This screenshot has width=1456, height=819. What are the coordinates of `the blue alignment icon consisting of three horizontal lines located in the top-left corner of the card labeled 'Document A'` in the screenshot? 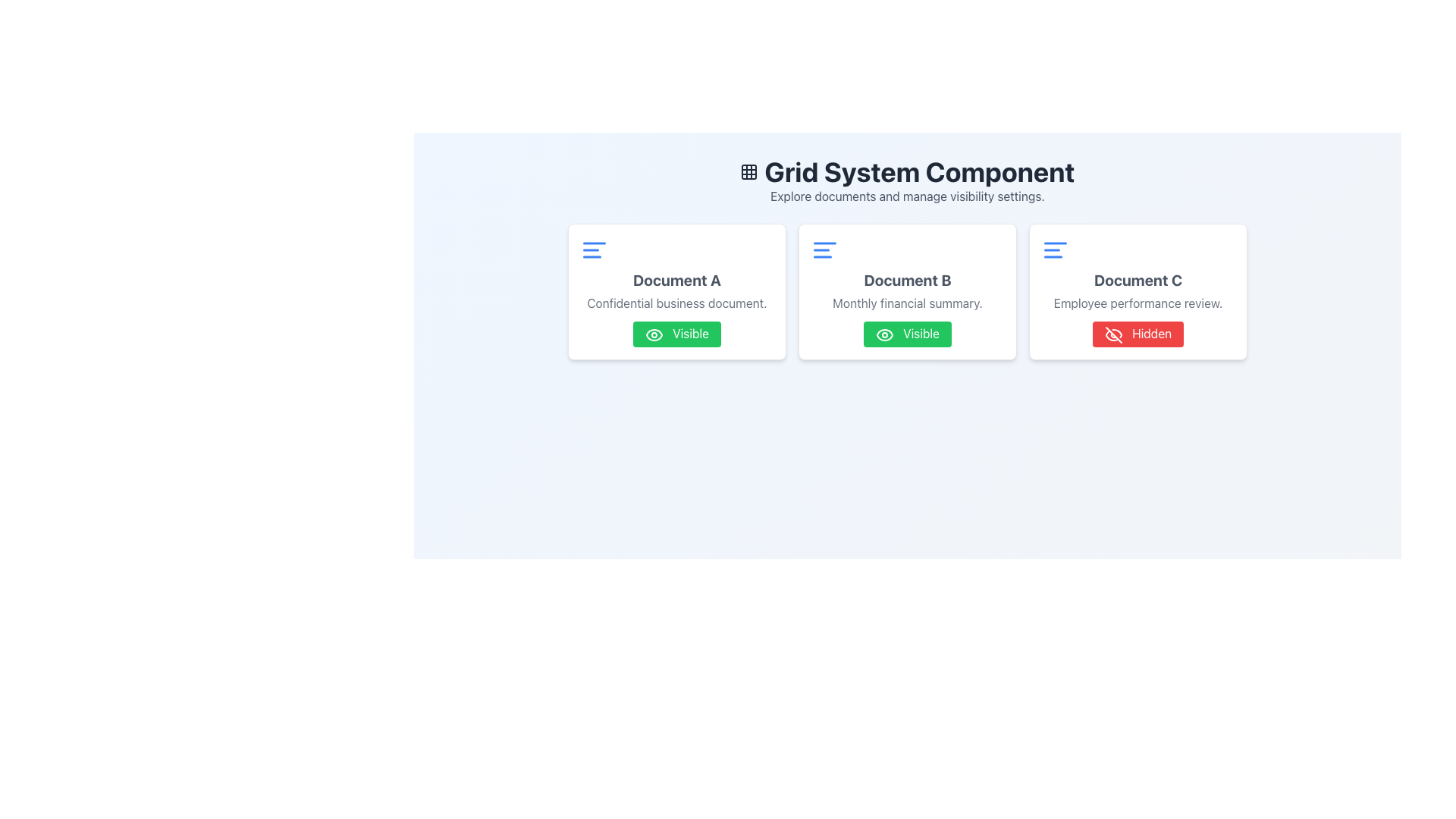 It's located at (593, 249).